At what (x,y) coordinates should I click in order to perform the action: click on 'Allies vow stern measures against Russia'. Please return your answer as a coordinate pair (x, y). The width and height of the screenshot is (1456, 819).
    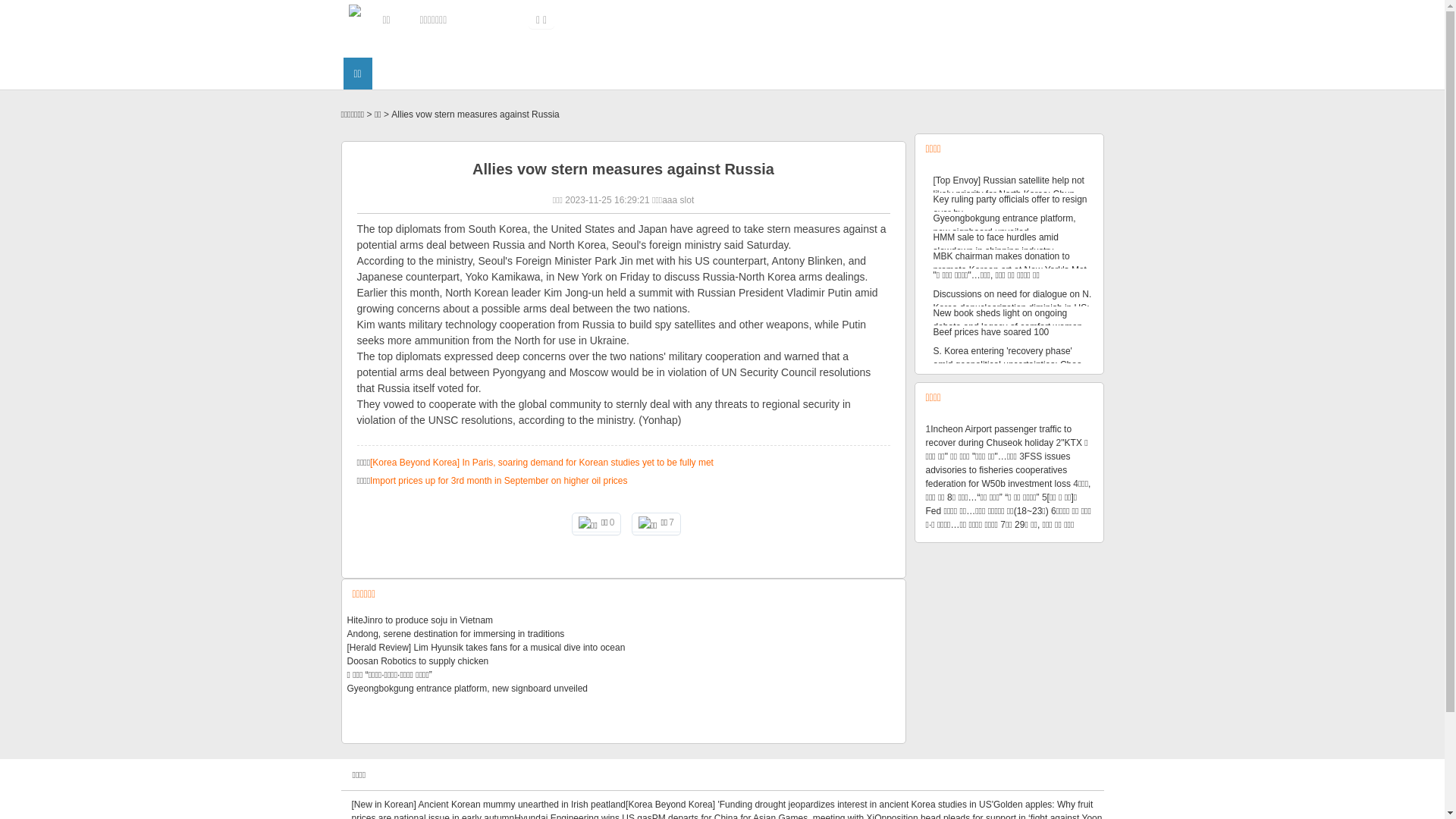
    Looking at the image, I should click on (474, 113).